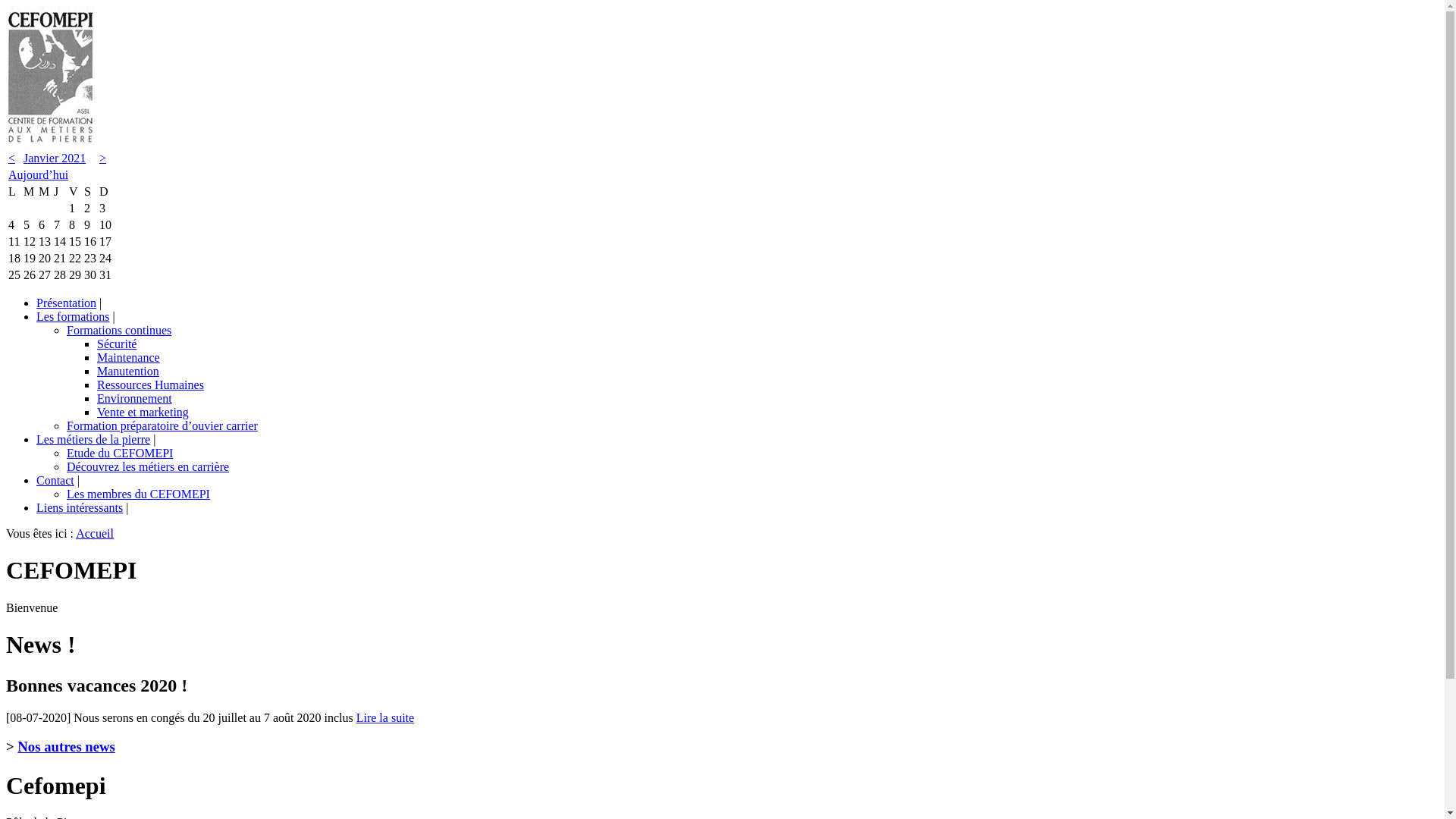 Image resolution: width=1456 pixels, height=819 pixels. What do you see at coordinates (8, 158) in the screenshot?
I see `'<'` at bounding box center [8, 158].